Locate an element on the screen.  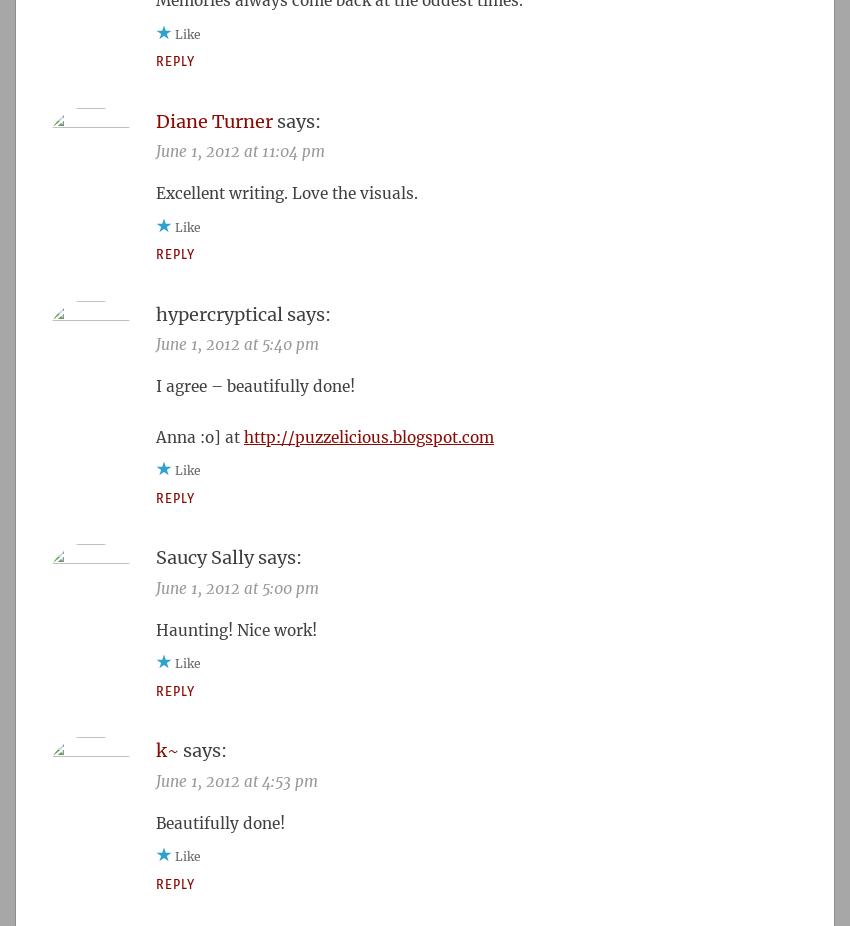
'June 1, 2012 at 4:53 pm' is located at coordinates (236, 780).